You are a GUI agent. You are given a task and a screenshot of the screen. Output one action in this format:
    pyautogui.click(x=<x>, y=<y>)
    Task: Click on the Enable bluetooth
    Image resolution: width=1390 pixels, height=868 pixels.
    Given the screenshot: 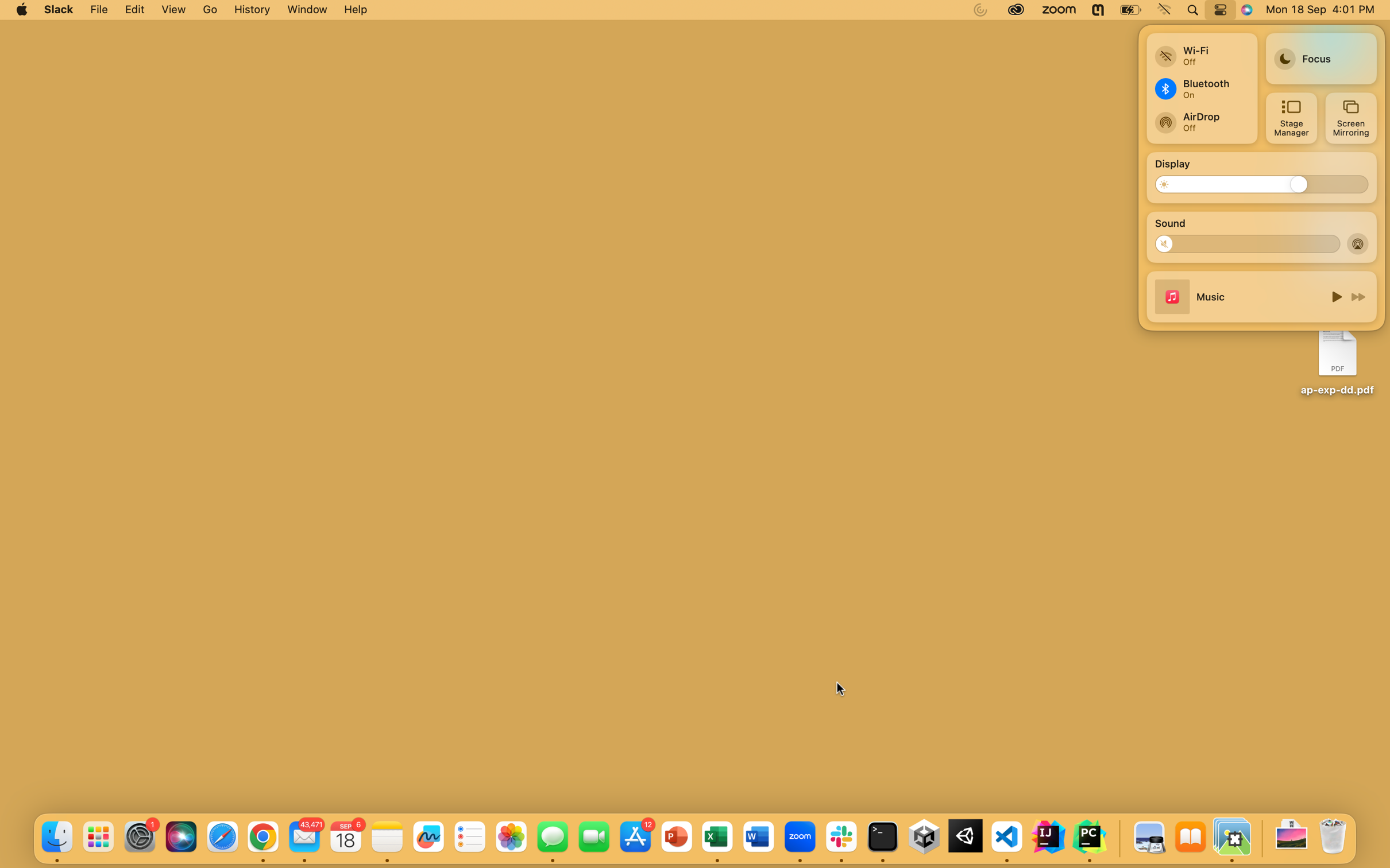 What is the action you would take?
    pyautogui.click(x=1200, y=88)
    